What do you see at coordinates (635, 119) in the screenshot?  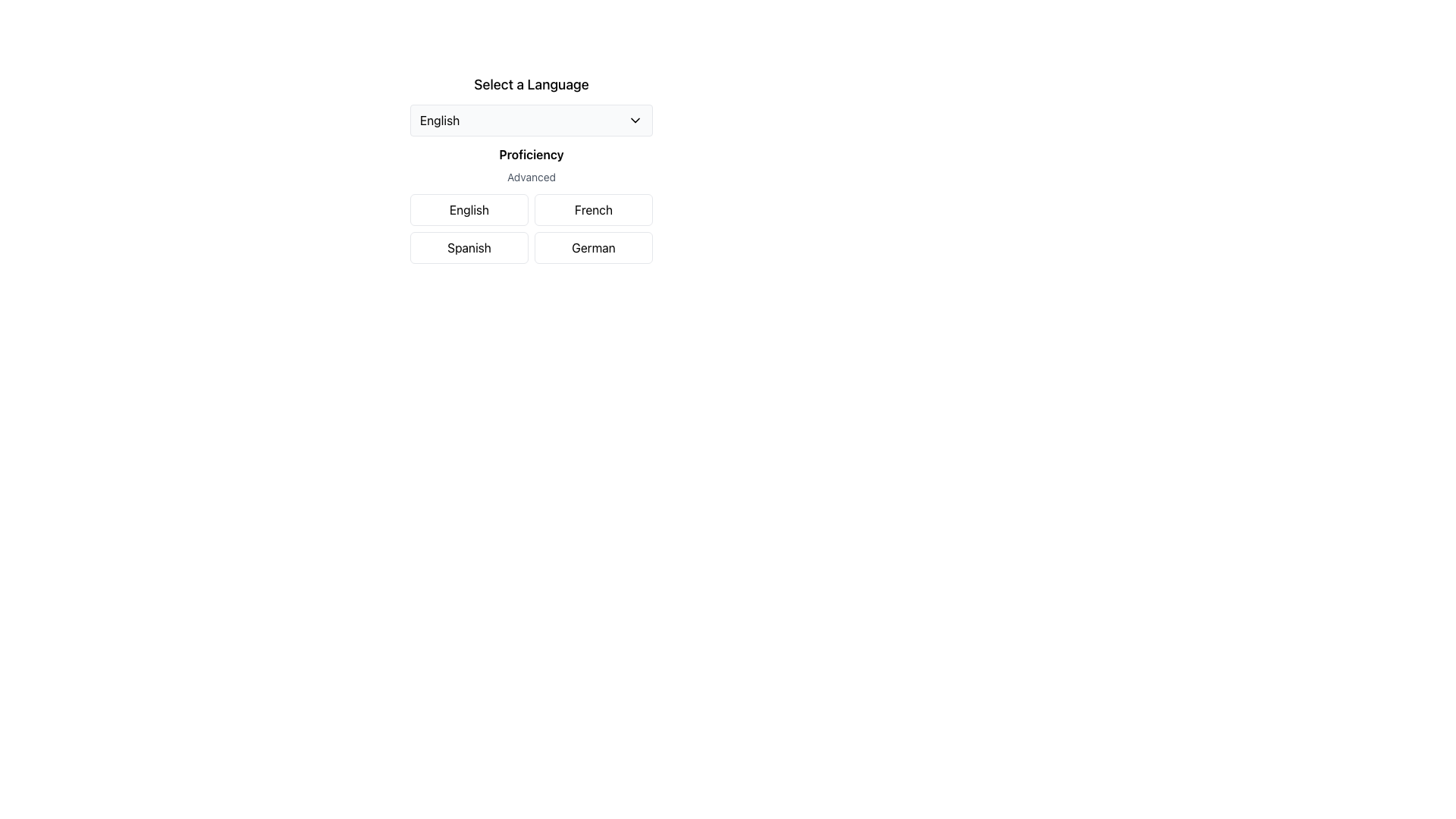 I see `the Chevron Icon located at the far-right end of the 'English' dropdown button` at bounding box center [635, 119].